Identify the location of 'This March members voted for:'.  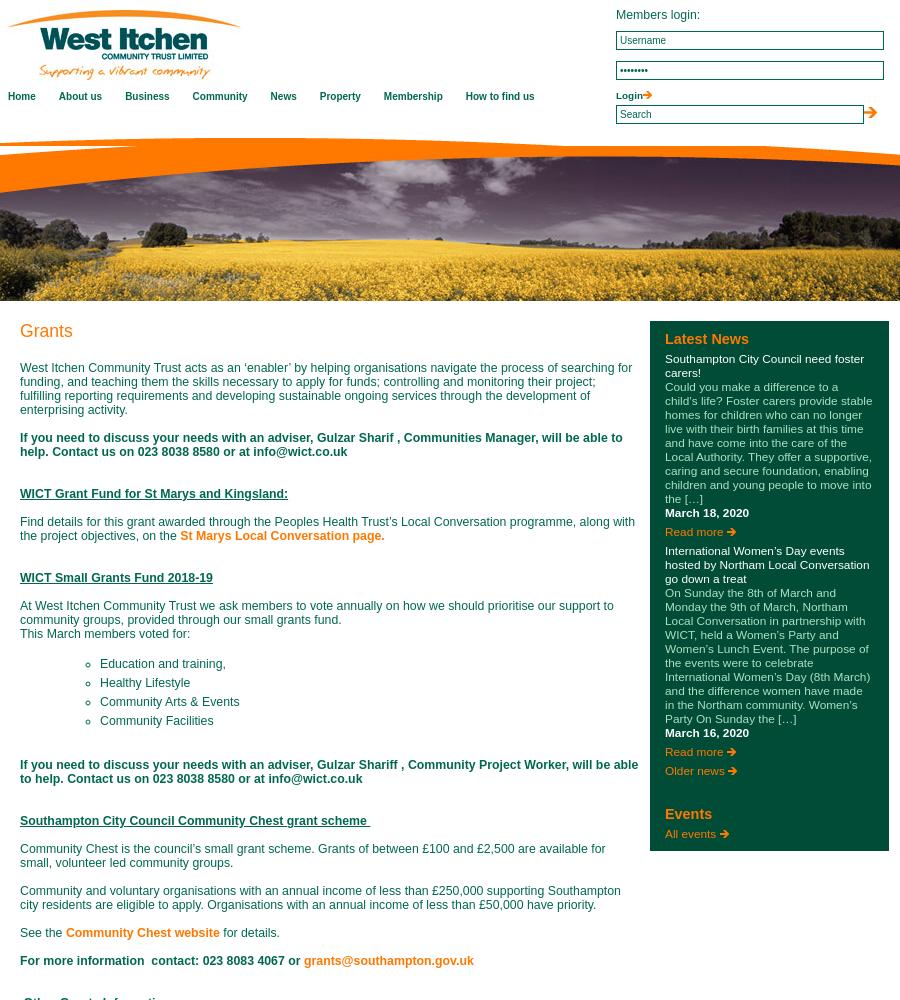
(104, 634).